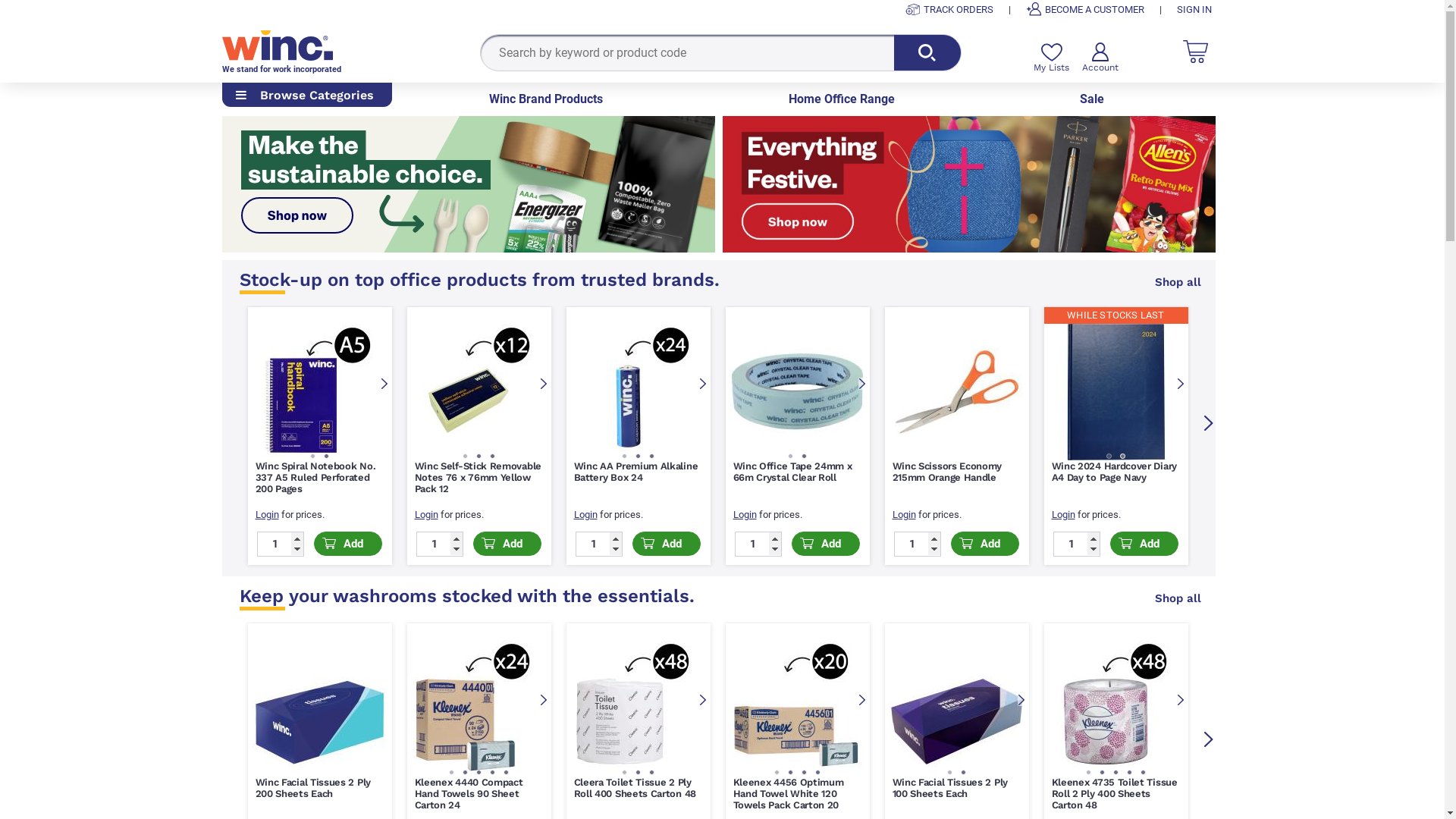  Describe the element at coordinates (305, 96) in the screenshot. I see `'Browse Categories'` at that location.